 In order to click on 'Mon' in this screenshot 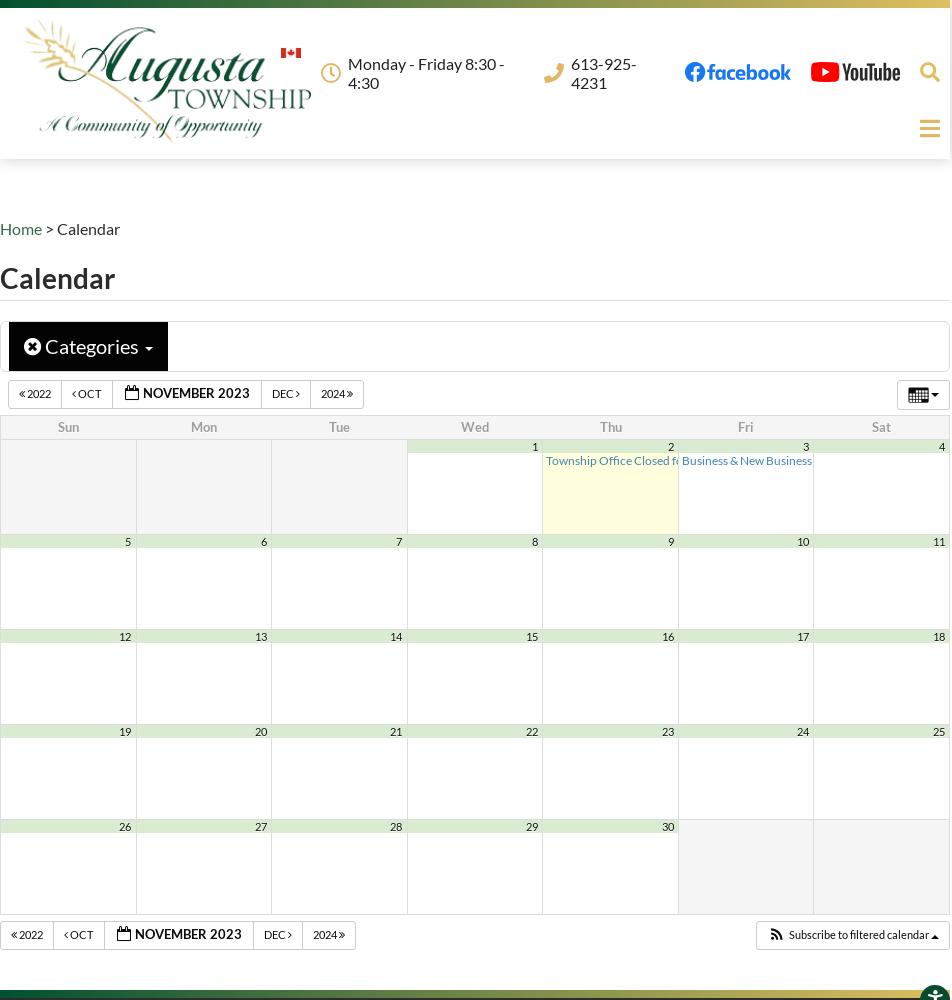, I will do `click(202, 427)`.